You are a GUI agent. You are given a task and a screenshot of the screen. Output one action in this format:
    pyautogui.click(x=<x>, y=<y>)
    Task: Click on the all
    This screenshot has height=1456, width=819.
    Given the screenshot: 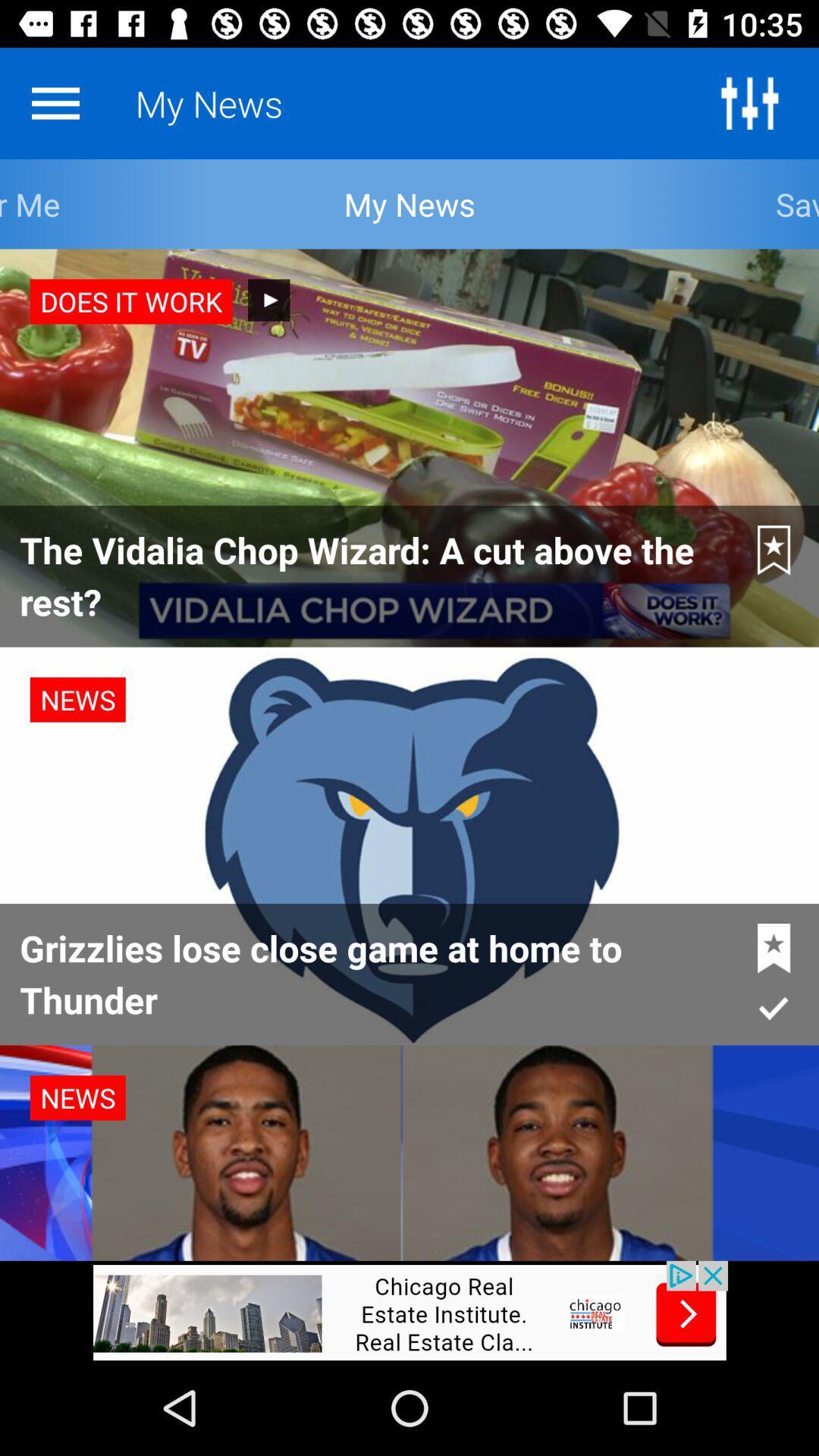 What is the action you would take?
    pyautogui.click(x=748, y=102)
    